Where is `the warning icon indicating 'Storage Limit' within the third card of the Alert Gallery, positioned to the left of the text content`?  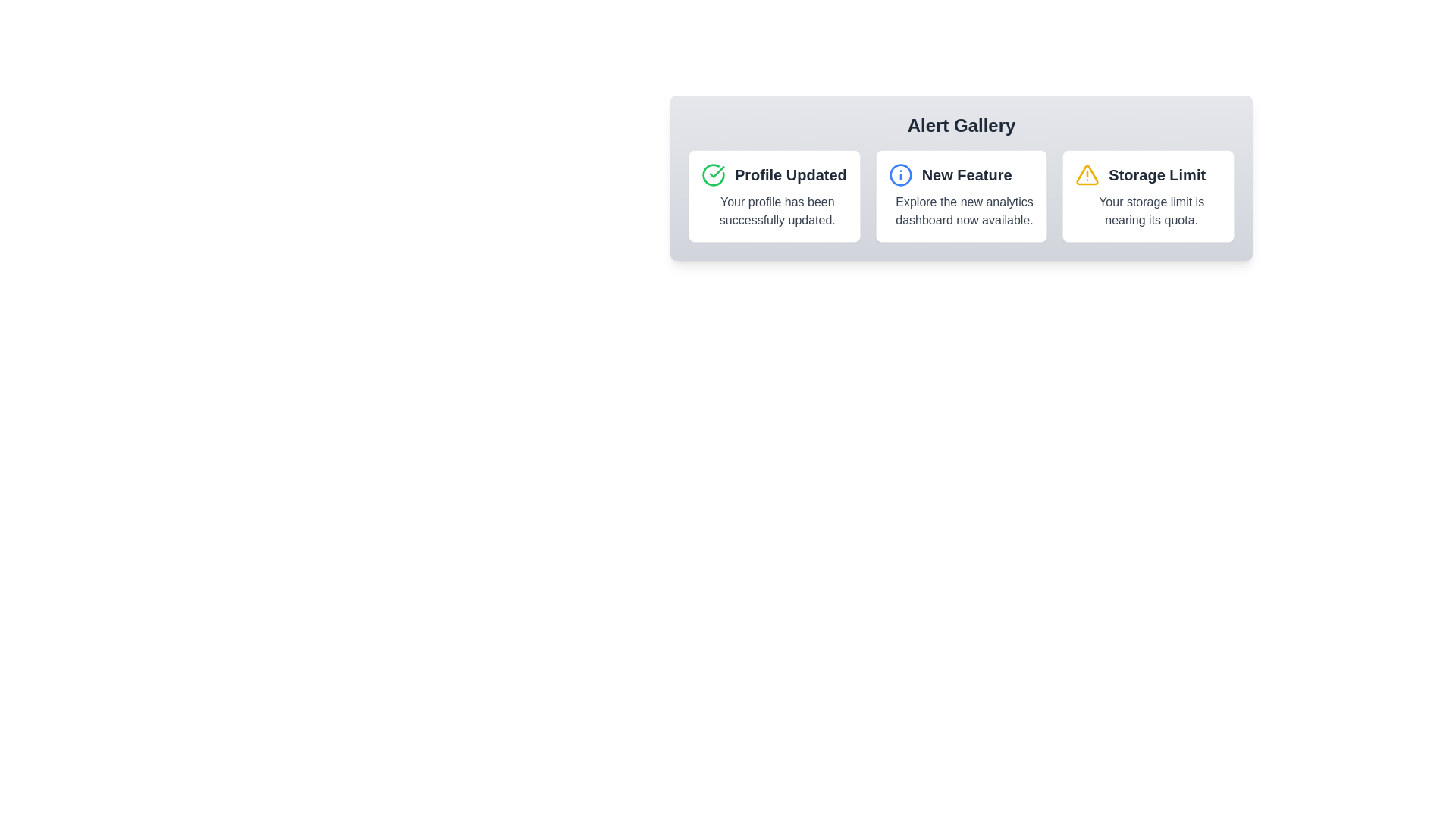
the warning icon indicating 'Storage Limit' within the third card of the Alert Gallery, positioned to the left of the text content is located at coordinates (1087, 174).